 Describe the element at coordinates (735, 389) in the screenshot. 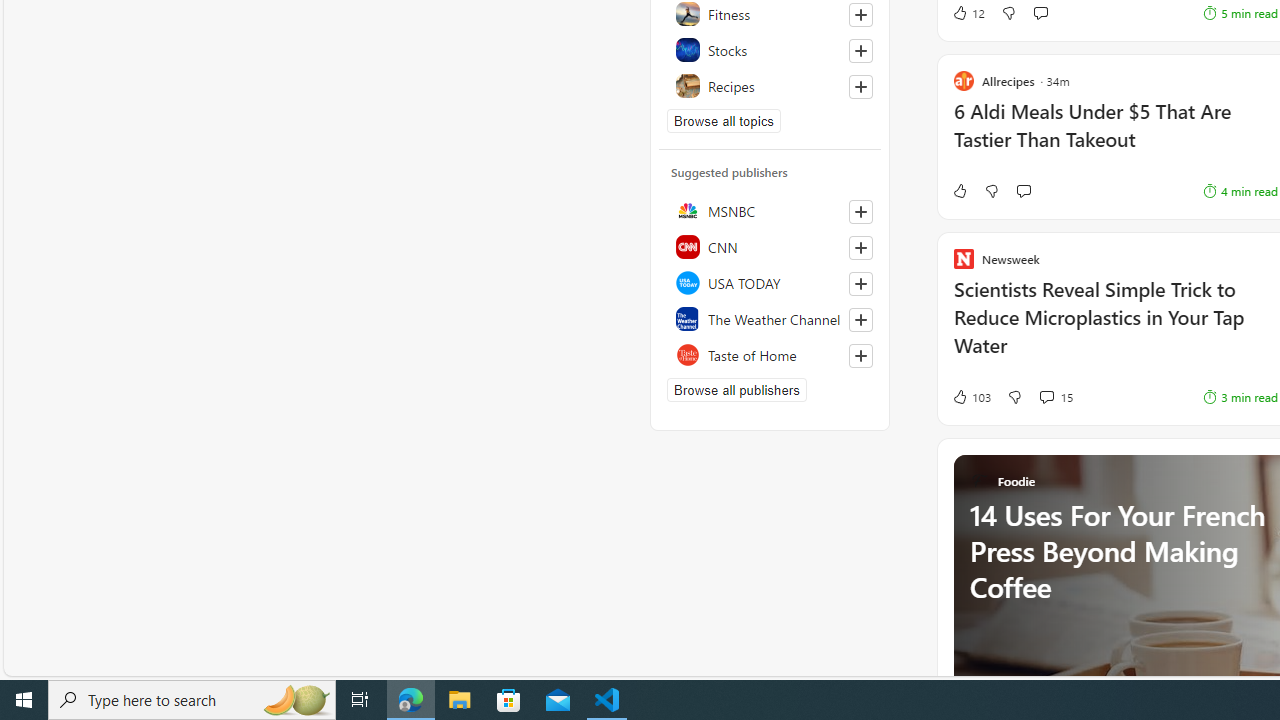

I see `'Browse all publishers'` at that location.